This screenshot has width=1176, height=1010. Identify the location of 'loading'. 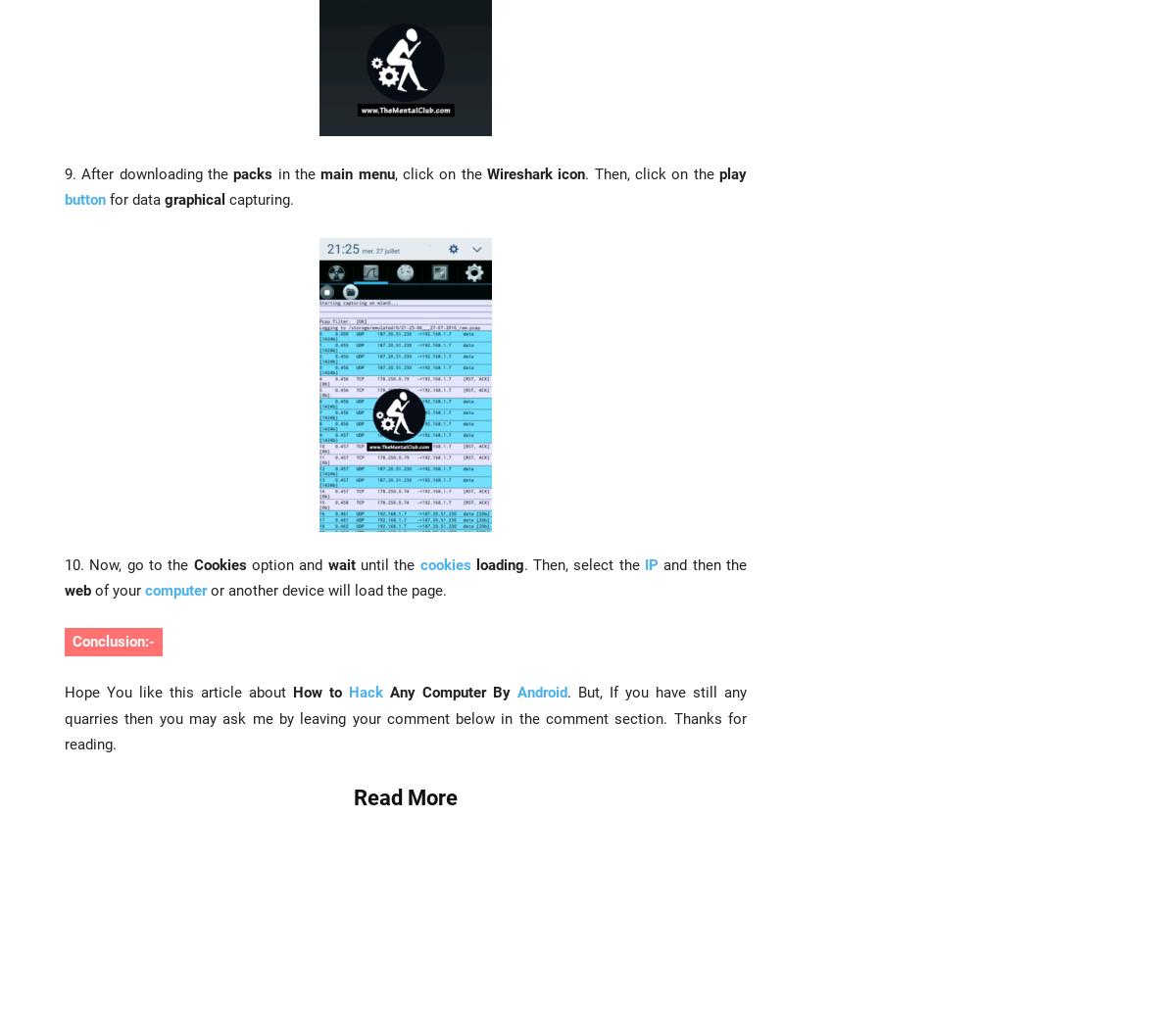
(498, 564).